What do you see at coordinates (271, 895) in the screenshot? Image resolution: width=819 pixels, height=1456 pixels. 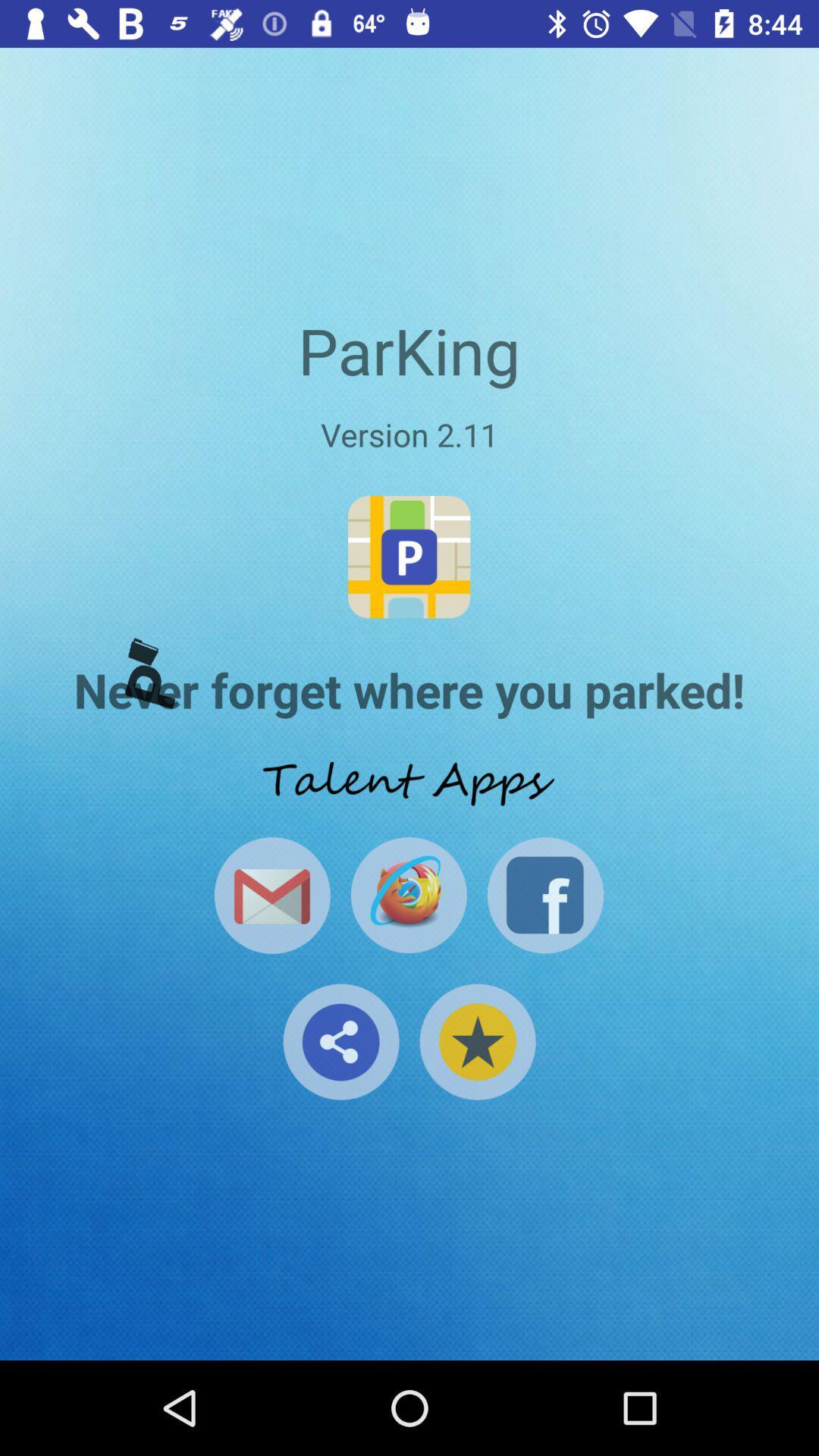 I see `open email` at bounding box center [271, 895].